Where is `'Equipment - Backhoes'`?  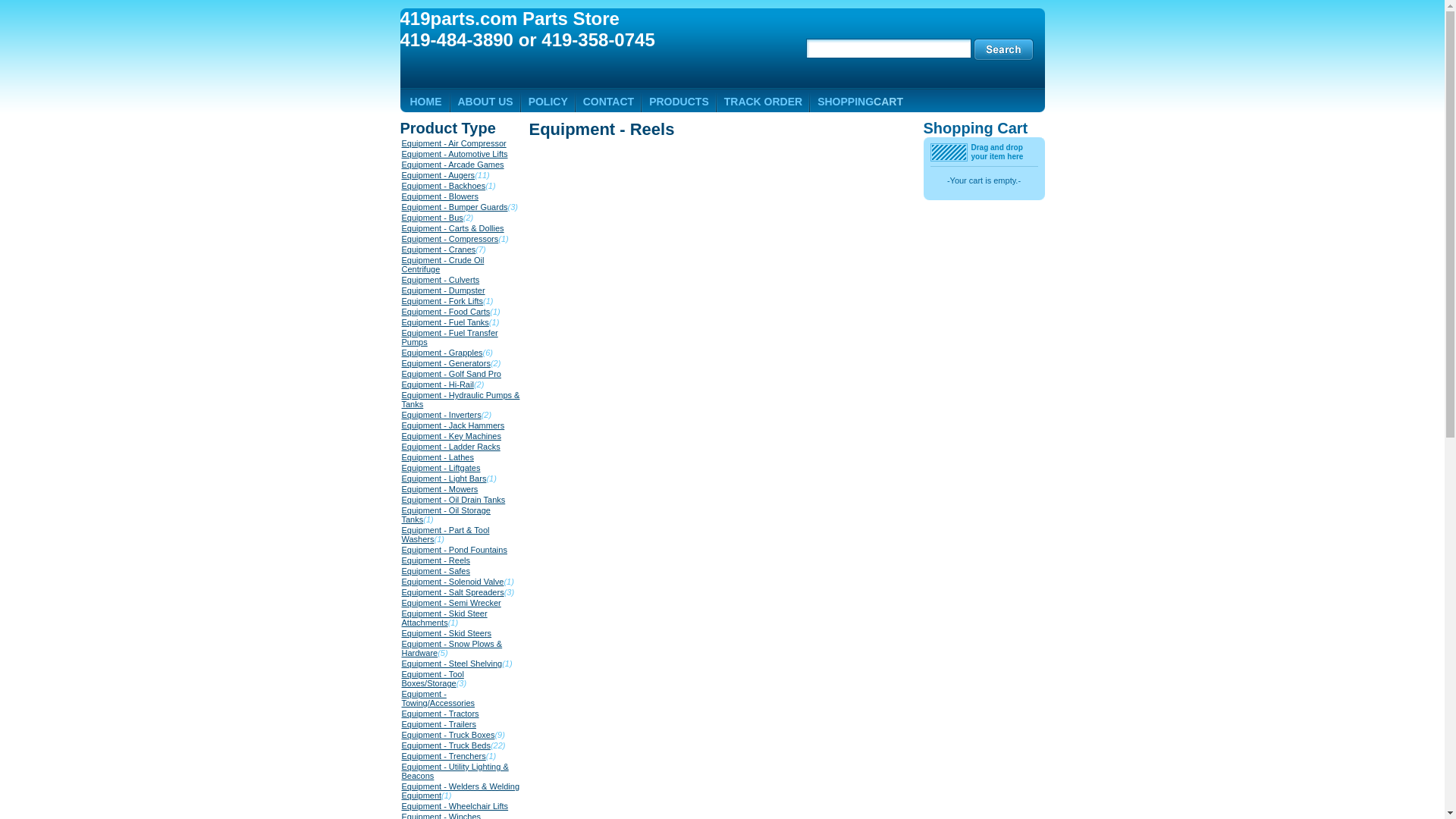
'Equipment - Backhoes' is located at coordinates (401, 185).